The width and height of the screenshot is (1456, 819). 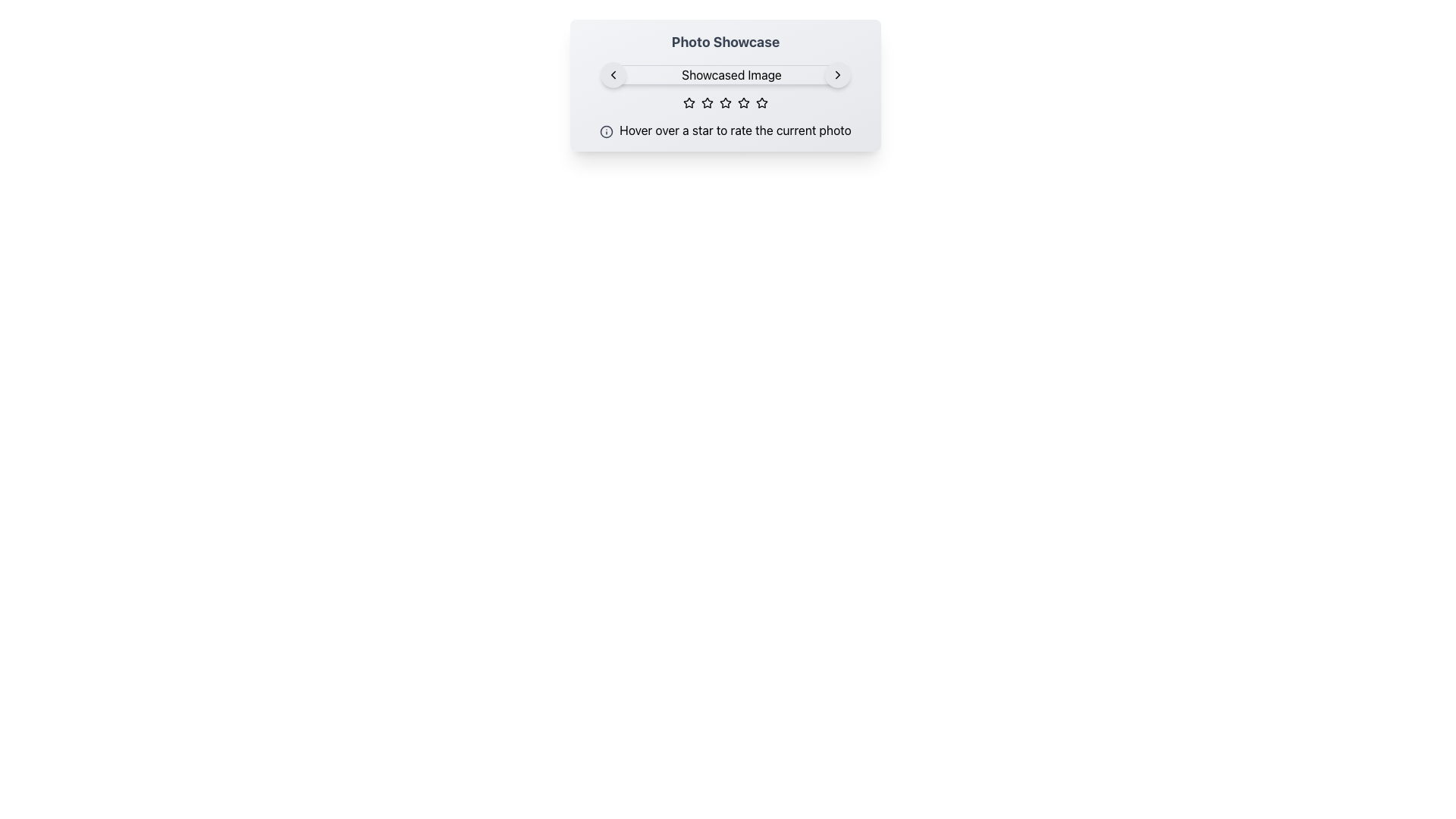 I want to click on the first rating star located below the 'Showcased Image' section to give a rating, so click(x=688, y=102).